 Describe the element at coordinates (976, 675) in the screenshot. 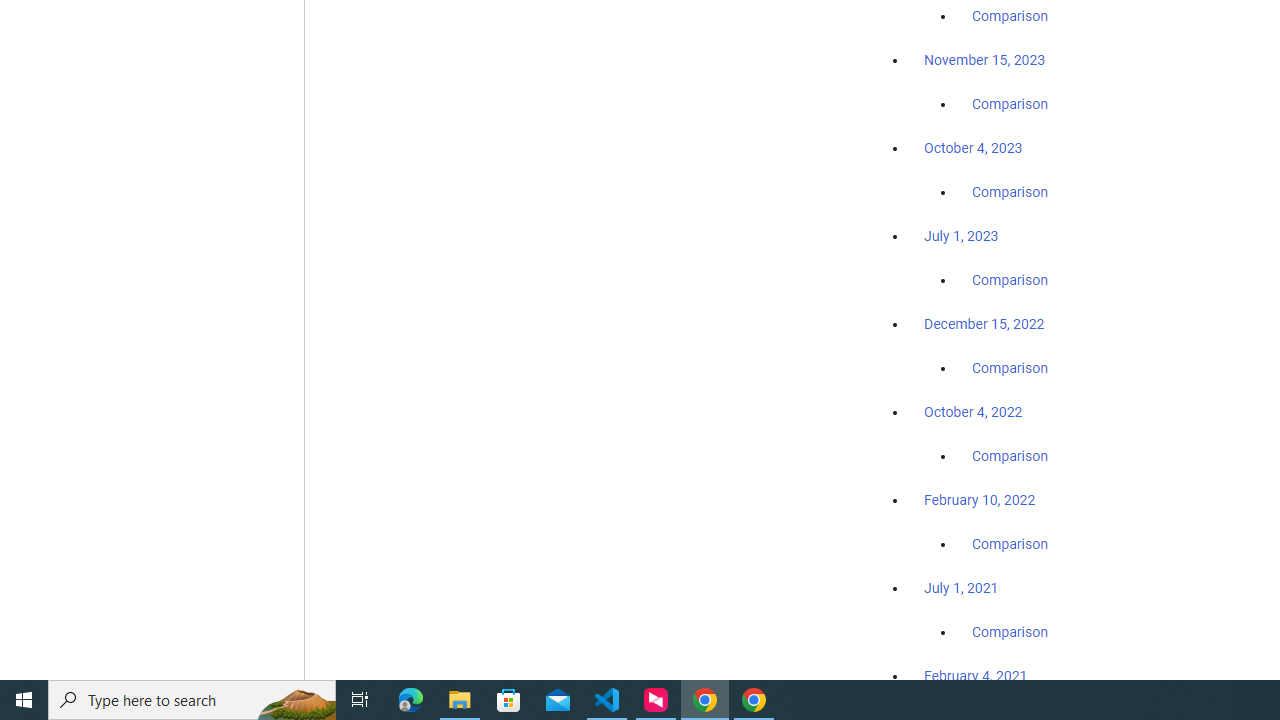

I see `'February 4, 2021'` at that location.